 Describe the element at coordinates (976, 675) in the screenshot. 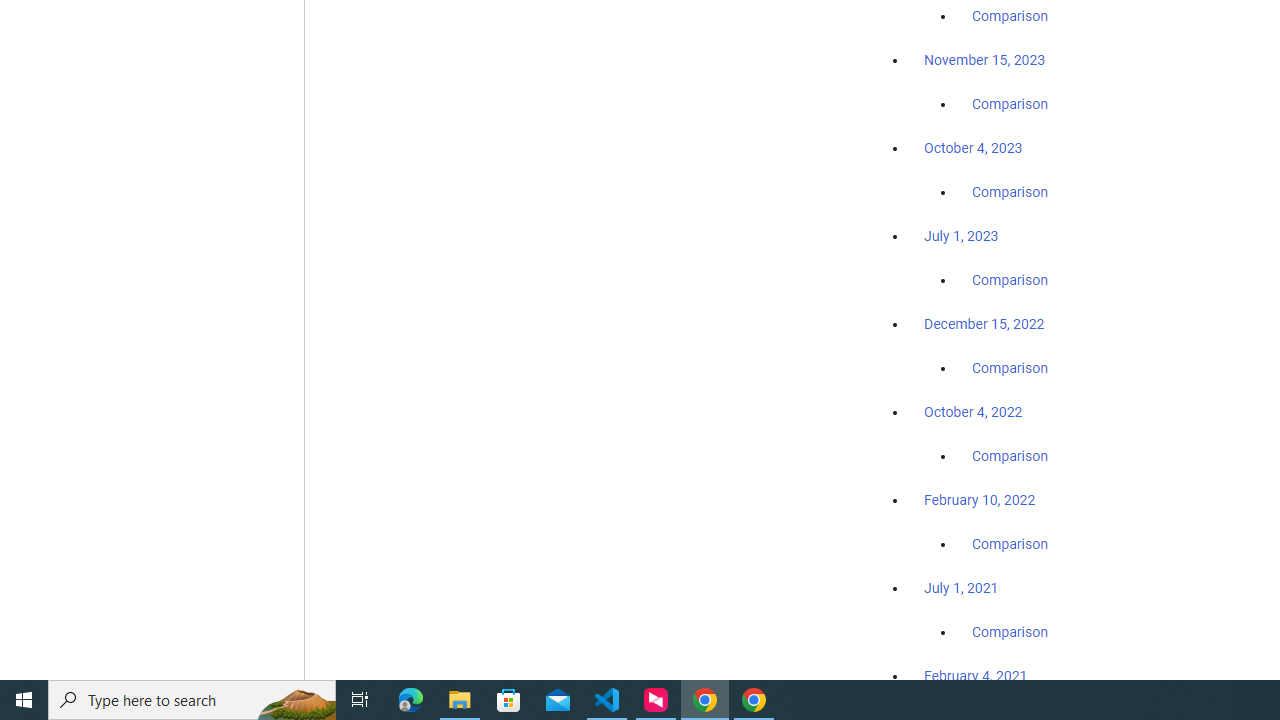

I see `'February 4, 2021'` at that location.